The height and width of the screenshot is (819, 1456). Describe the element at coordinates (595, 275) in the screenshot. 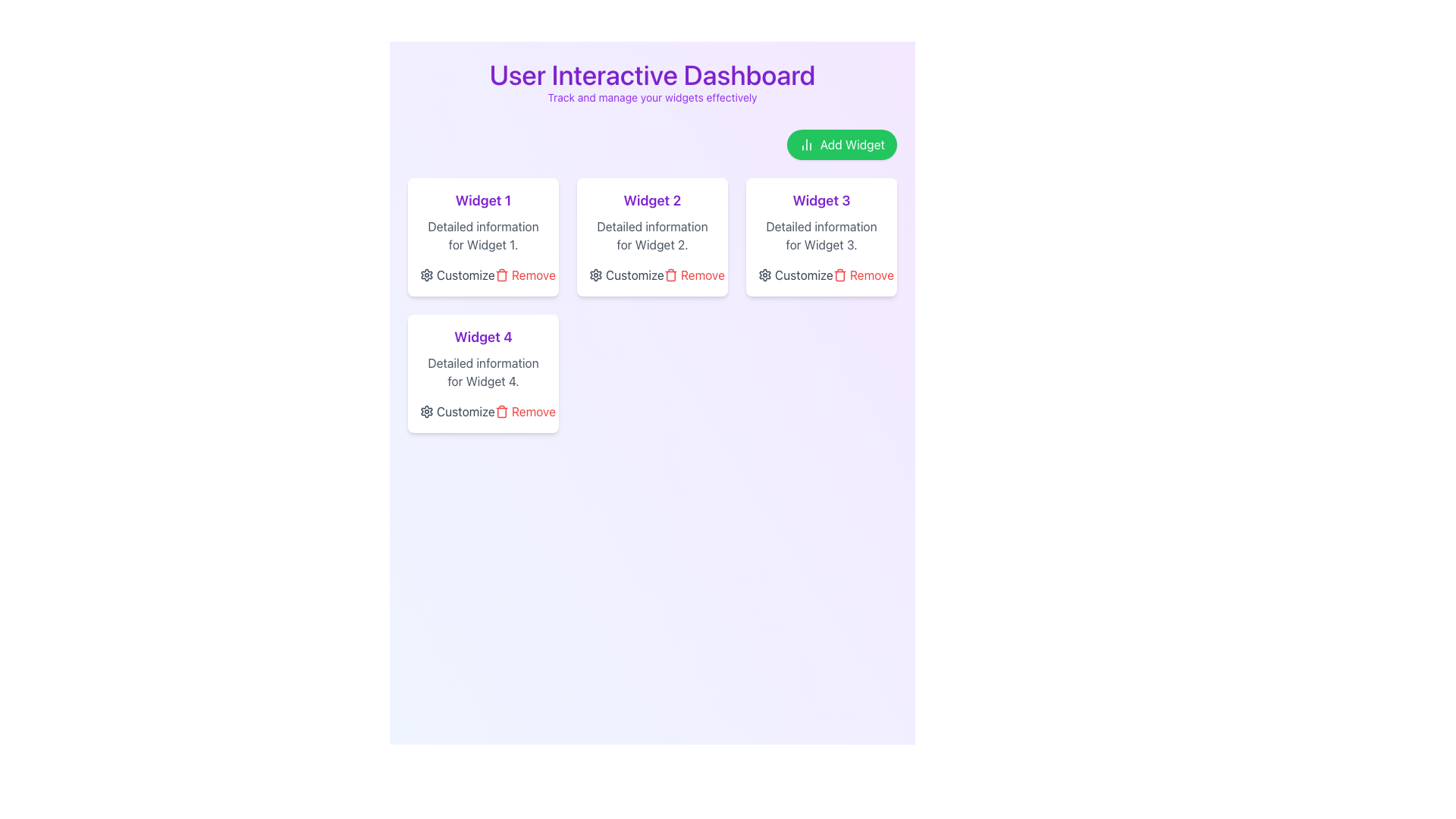

I see `the settings icon resembling a cogwheel located in 'Widget 2'` at that location.